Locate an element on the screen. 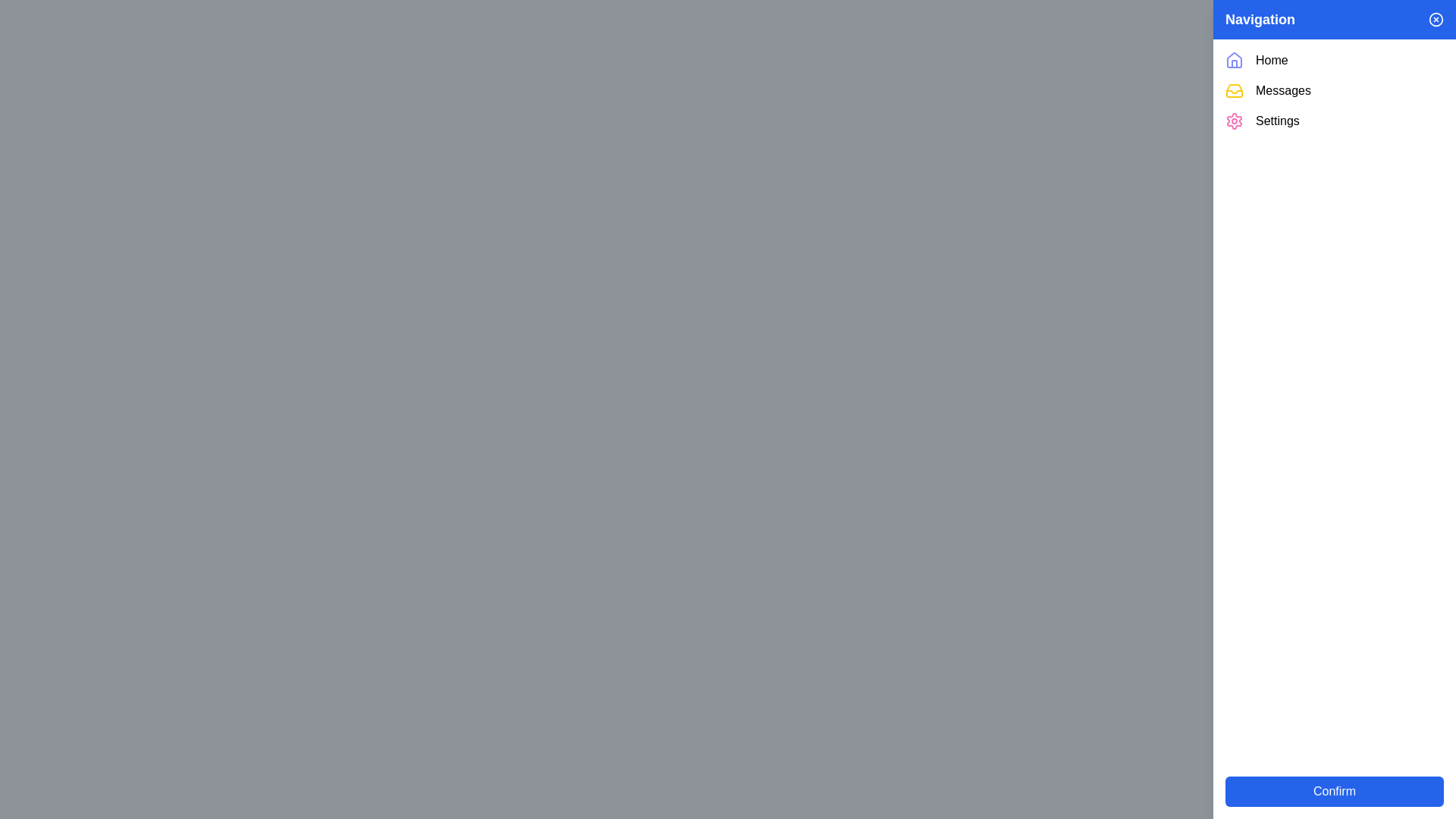 This screenshot has height=819, width=1456. the house-shaped icon outlined in indigo blue, which is the first graphical icon in the vertical navigation menu labeled 'Home' is located at coordinates (1234, 60).